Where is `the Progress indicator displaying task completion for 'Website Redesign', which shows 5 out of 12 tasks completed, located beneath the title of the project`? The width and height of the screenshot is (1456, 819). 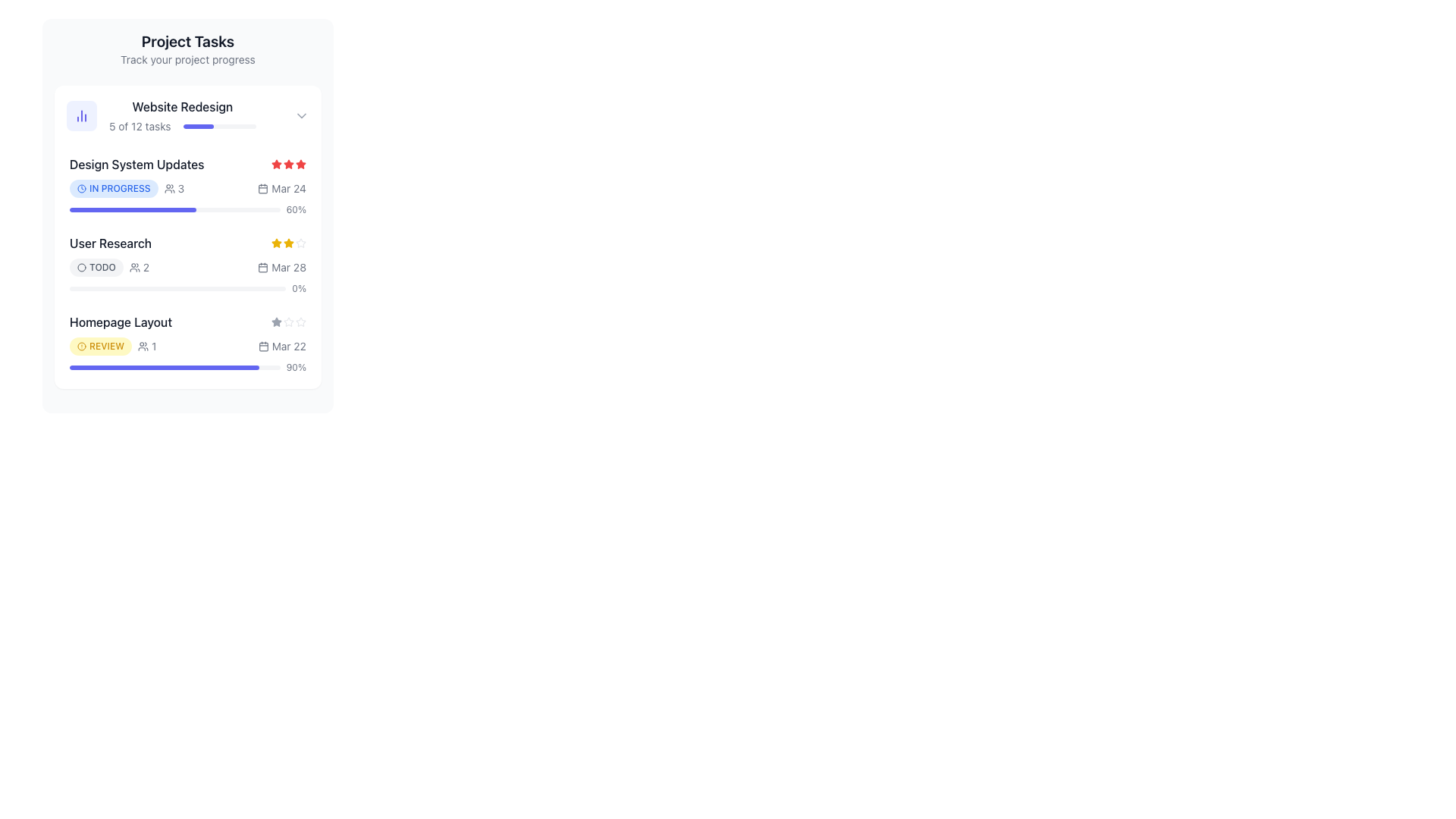 the Progress indicator displaying task completion for 'Website Redesign', which shows 5 out of 12 tasks completed, located beneath the title of the project is located at coordinates (182, 125).